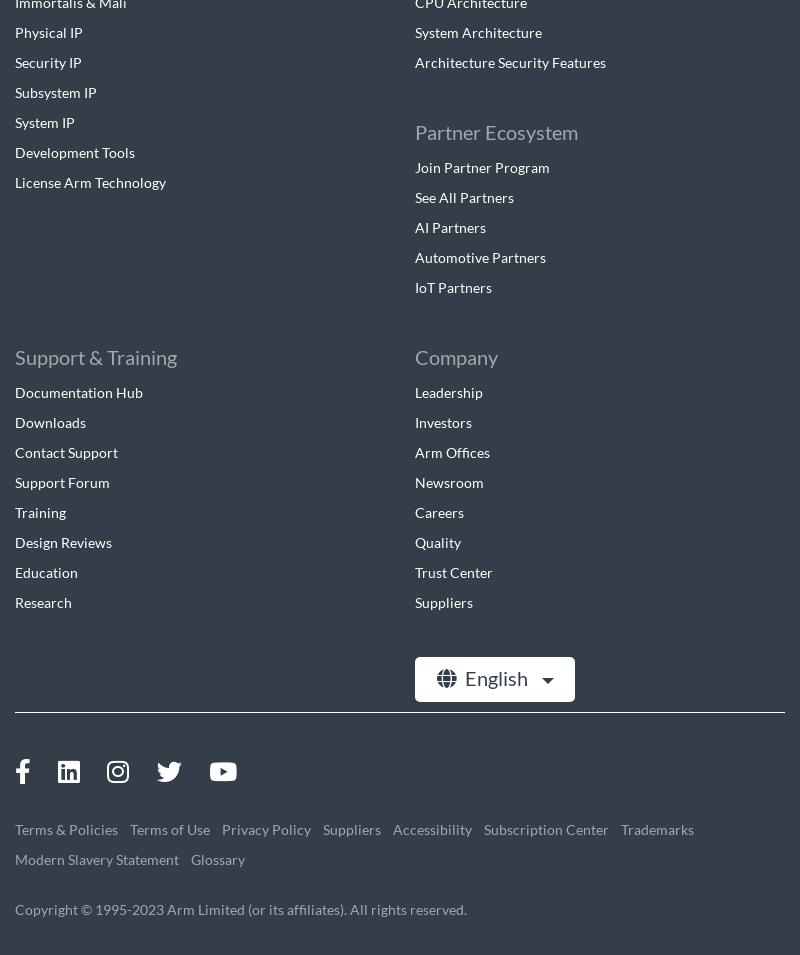 The width and height of the screenshot is (800, 955). Describe the element at coordinates (44, 120) in the screenshot. I see `'System IP'` at that location.